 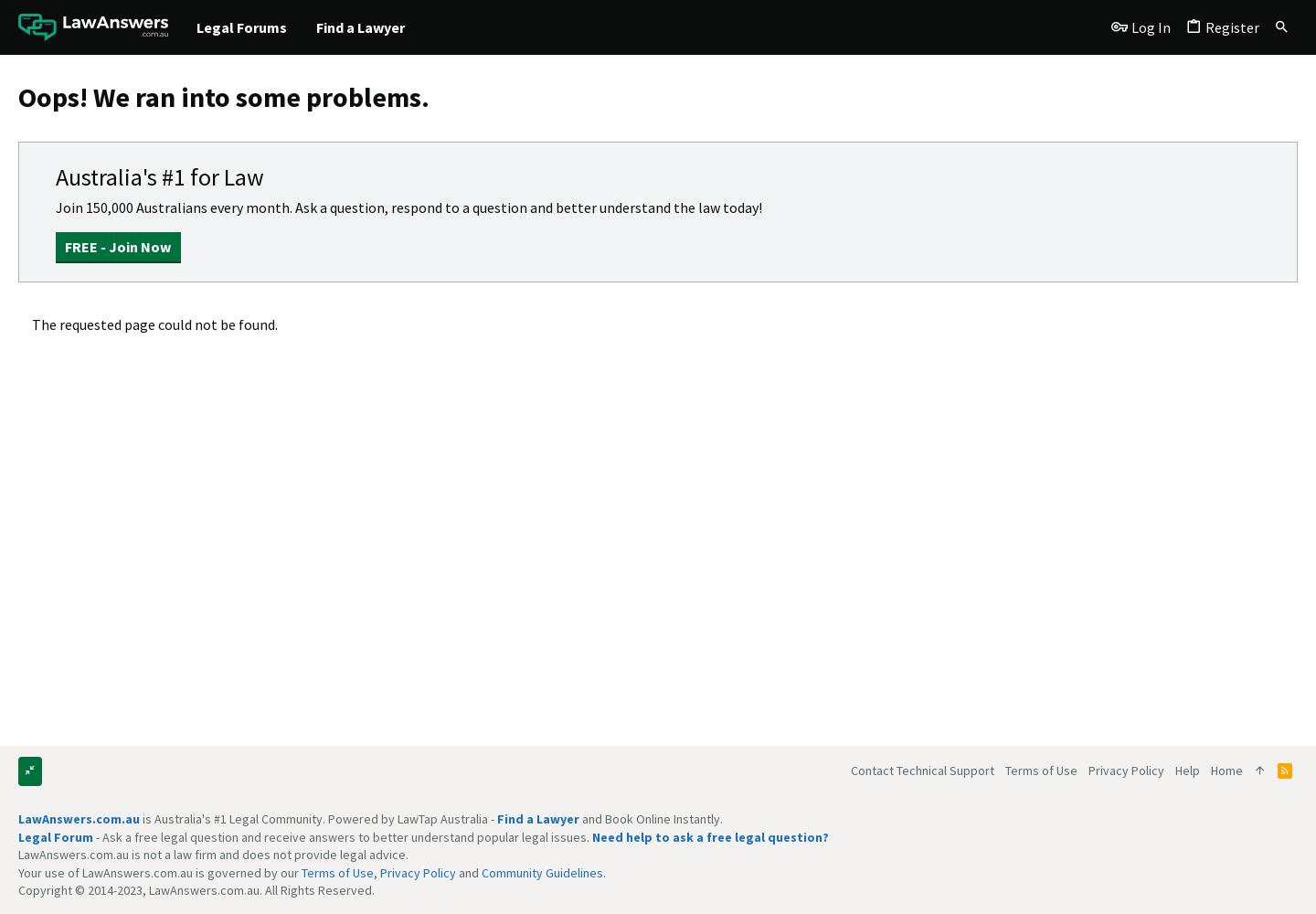 I want to click on 'LawAnswers.com.au is not a law firm and does not provide legal advice.', so click(x=213, y=855).